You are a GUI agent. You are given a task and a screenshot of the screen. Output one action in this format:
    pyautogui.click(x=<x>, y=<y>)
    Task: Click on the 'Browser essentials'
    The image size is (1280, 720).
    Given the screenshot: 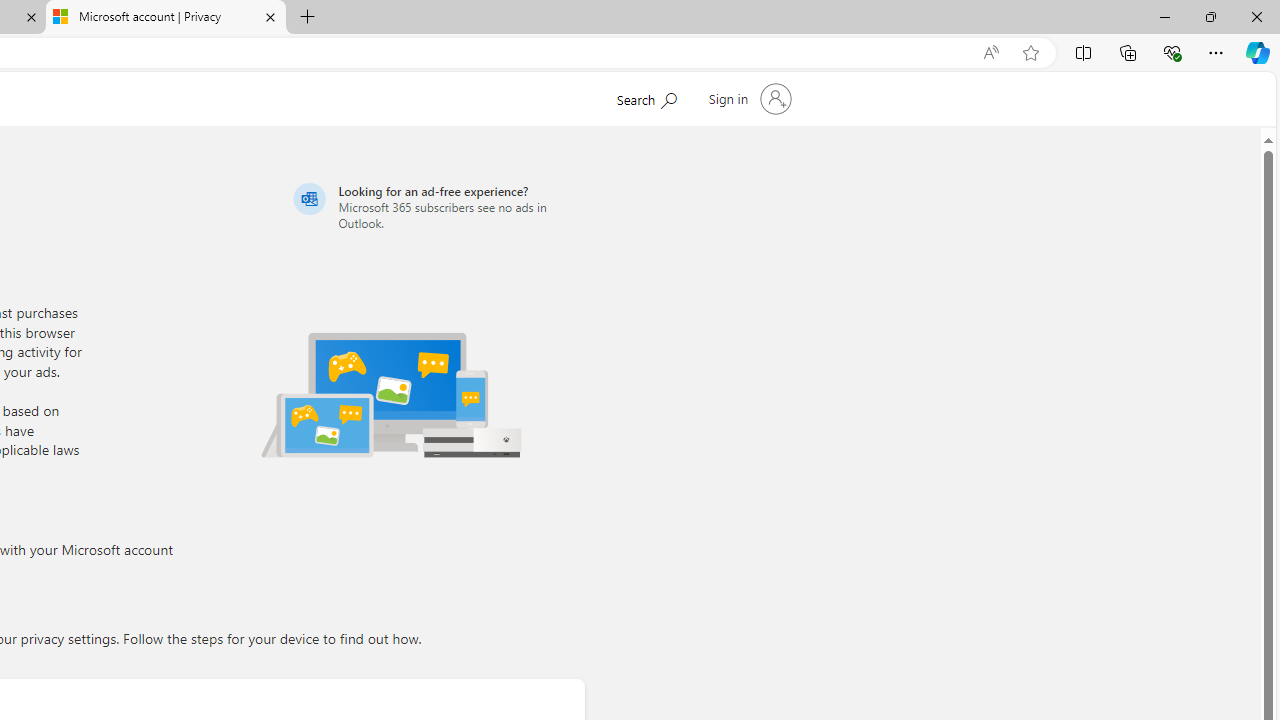 What is the action you would take?
    pyautogui.click(x=1171, y=51)
    